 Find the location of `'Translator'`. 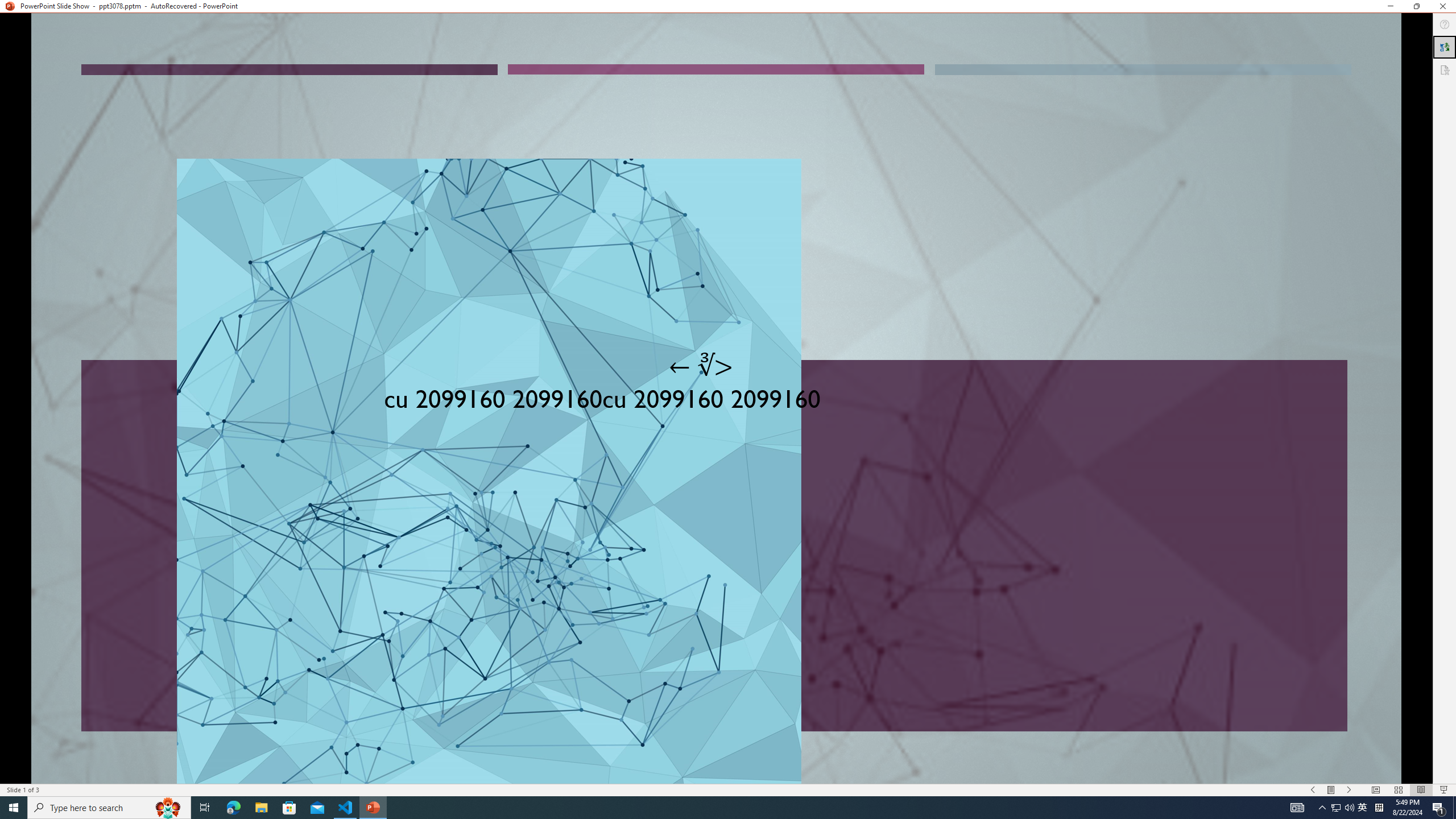

'Translator' is located at coordinates (1444, 47).